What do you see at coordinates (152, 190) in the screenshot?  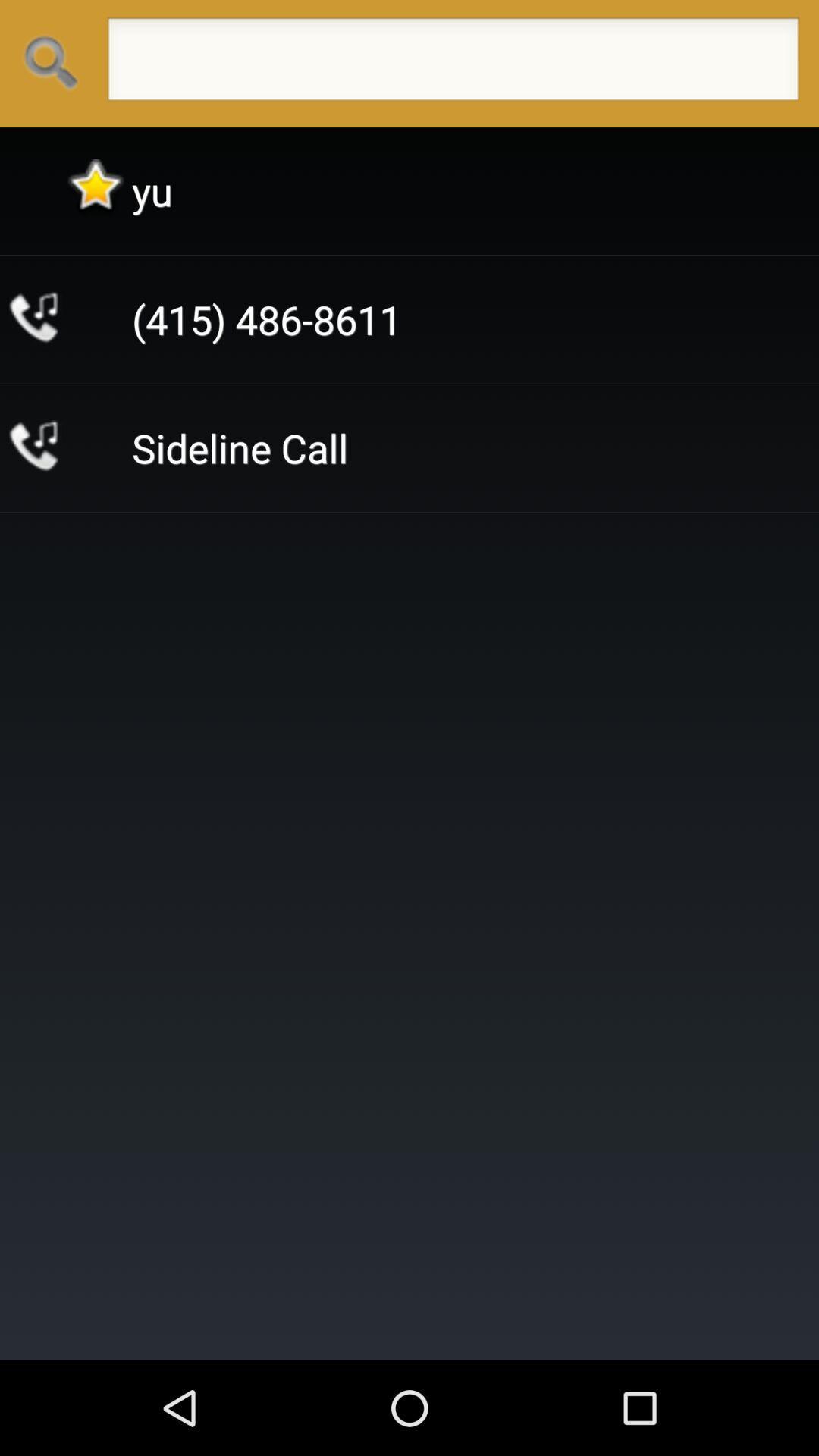 I see `yu app` at bounding box center [152, 190].